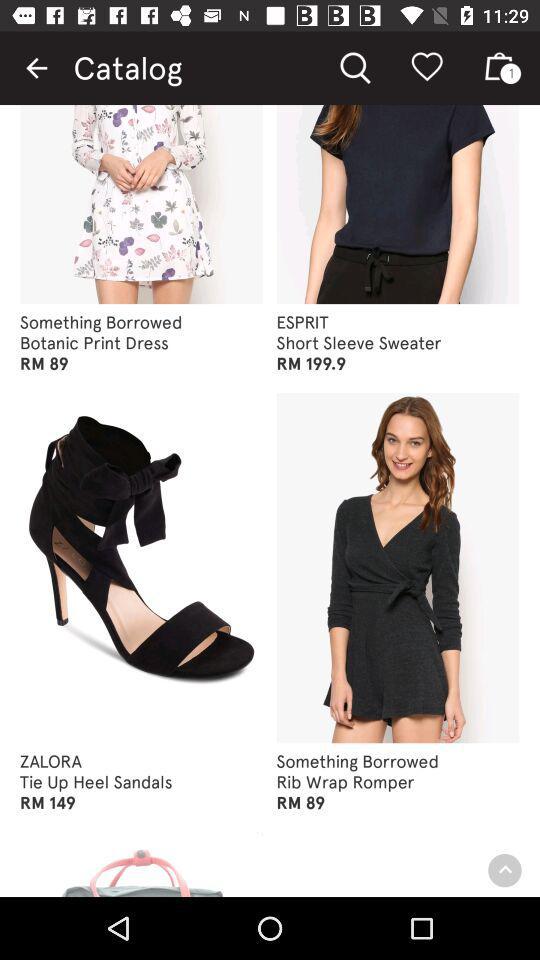  I want to click on item to the left of the catalog, so click(36, 68).